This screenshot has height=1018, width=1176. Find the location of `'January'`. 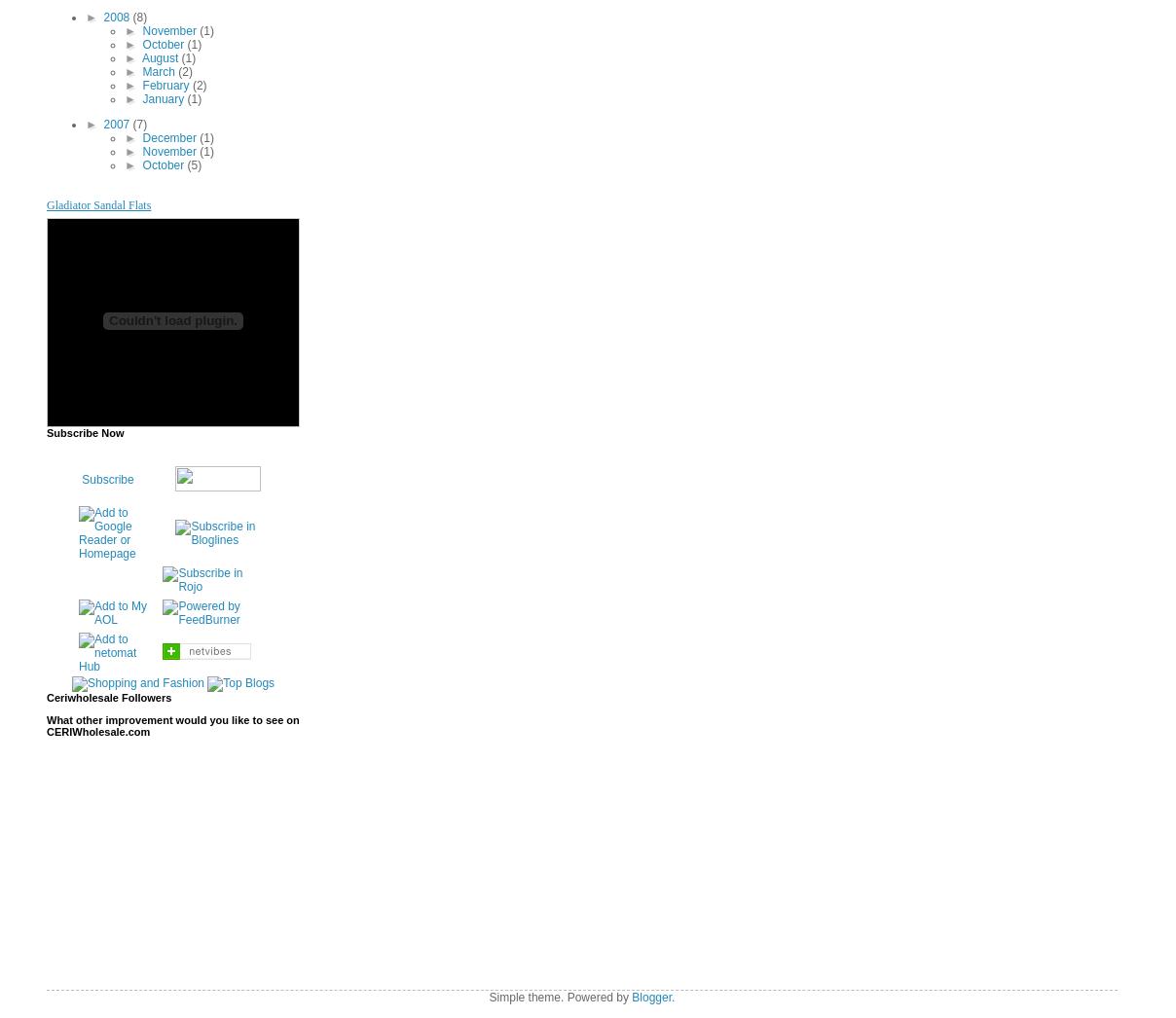

'January' is located at coordinates (164, 98).